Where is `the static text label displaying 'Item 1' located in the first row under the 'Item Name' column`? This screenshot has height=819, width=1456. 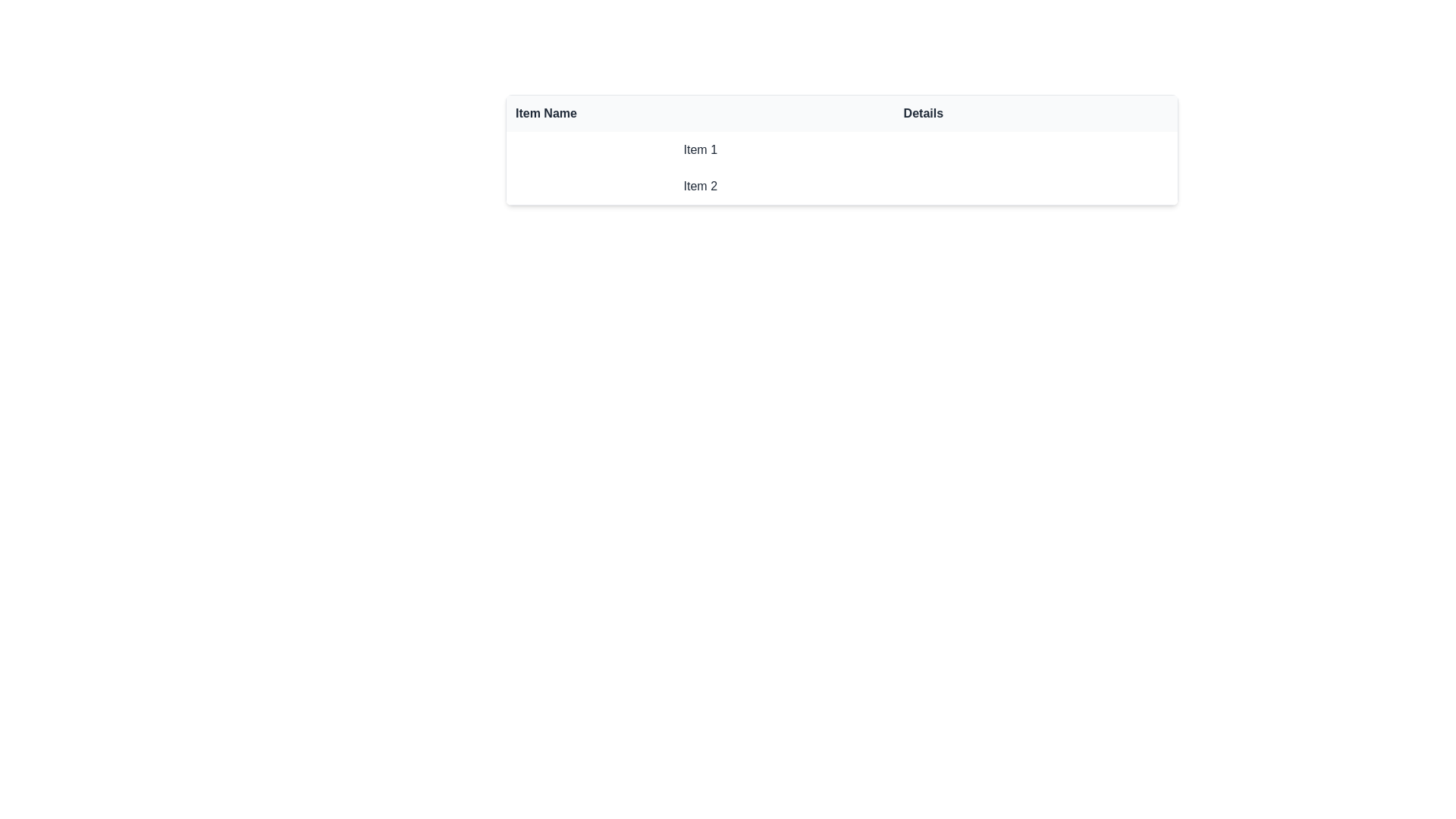 the static text label displaying 'Item 1' located in the first row under the 'Item Name' column is located at coordinates (699, 149).